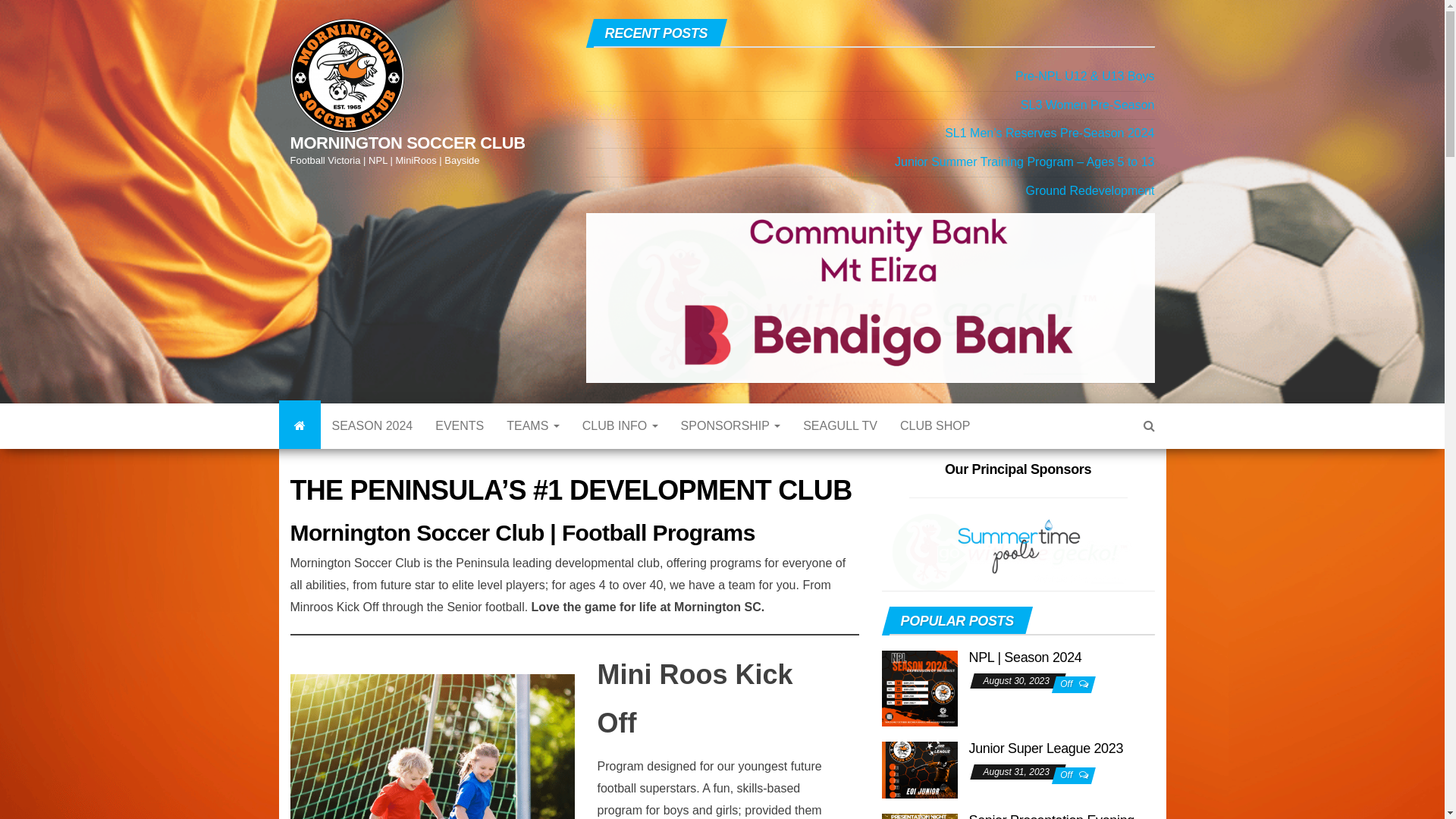 This screenshot has height=819, width=1456. I want to click on 'EVENTS', so click(423, 447).